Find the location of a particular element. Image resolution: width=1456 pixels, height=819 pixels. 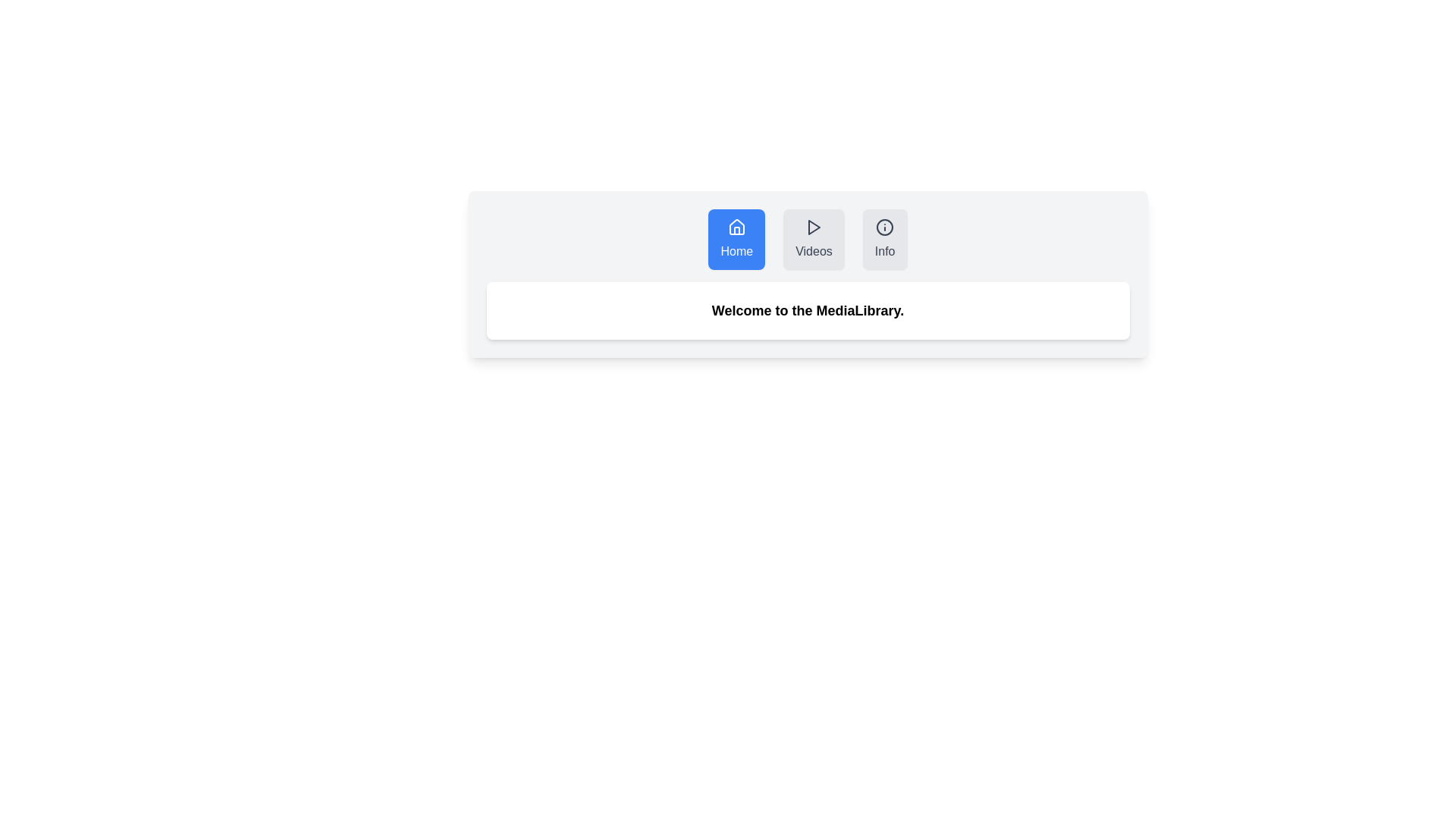

the tab labeled Home to observe styling changes is located at coordinates (736, 239).